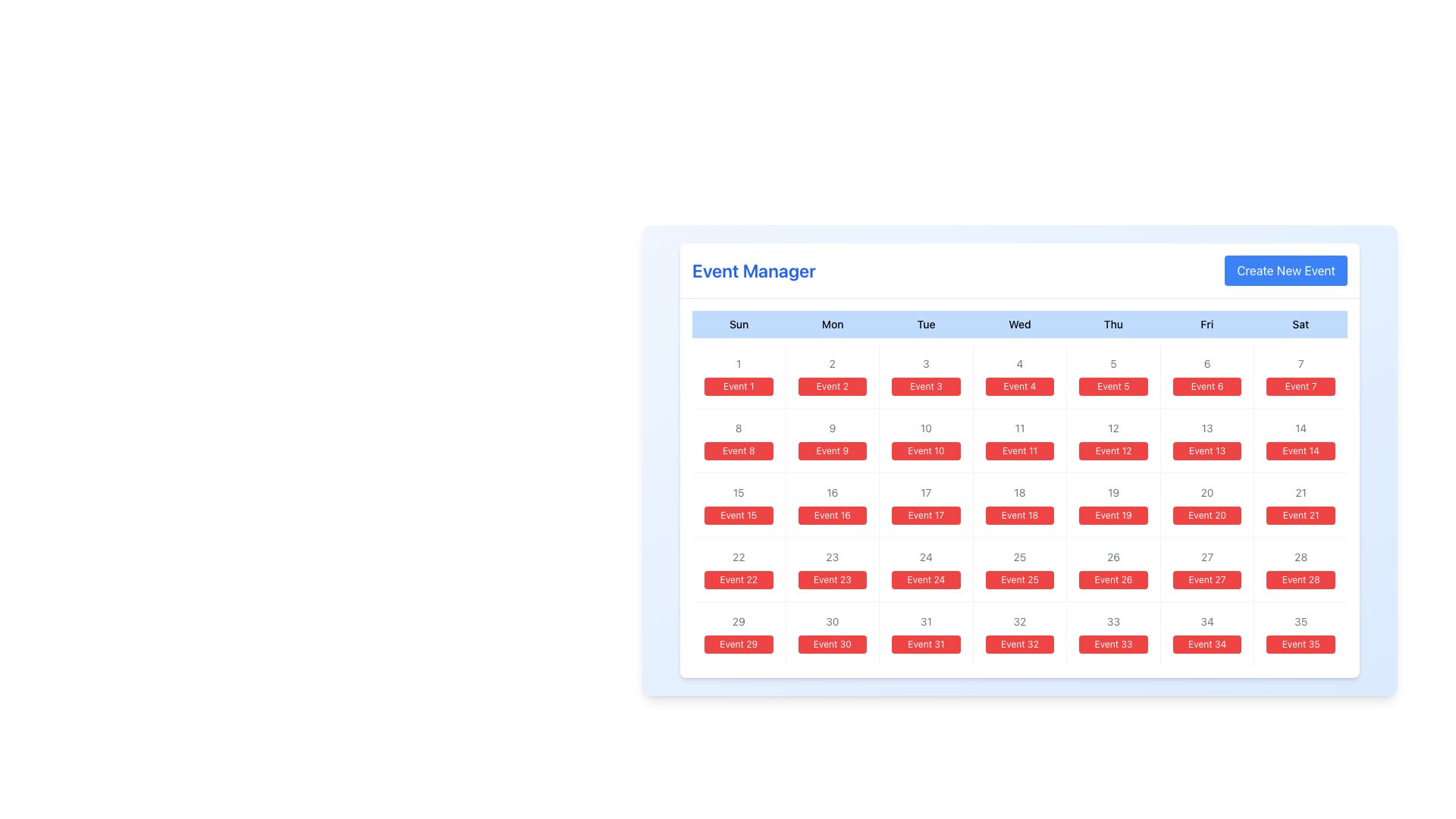  What do you see at coordinates (1113, 579) in the screenshot?
I see `the Badge element labeled 'Event 26' with a bright red background located in the fourth column of the fourth row of the calendar grid` at bounding box center [1113, 579].